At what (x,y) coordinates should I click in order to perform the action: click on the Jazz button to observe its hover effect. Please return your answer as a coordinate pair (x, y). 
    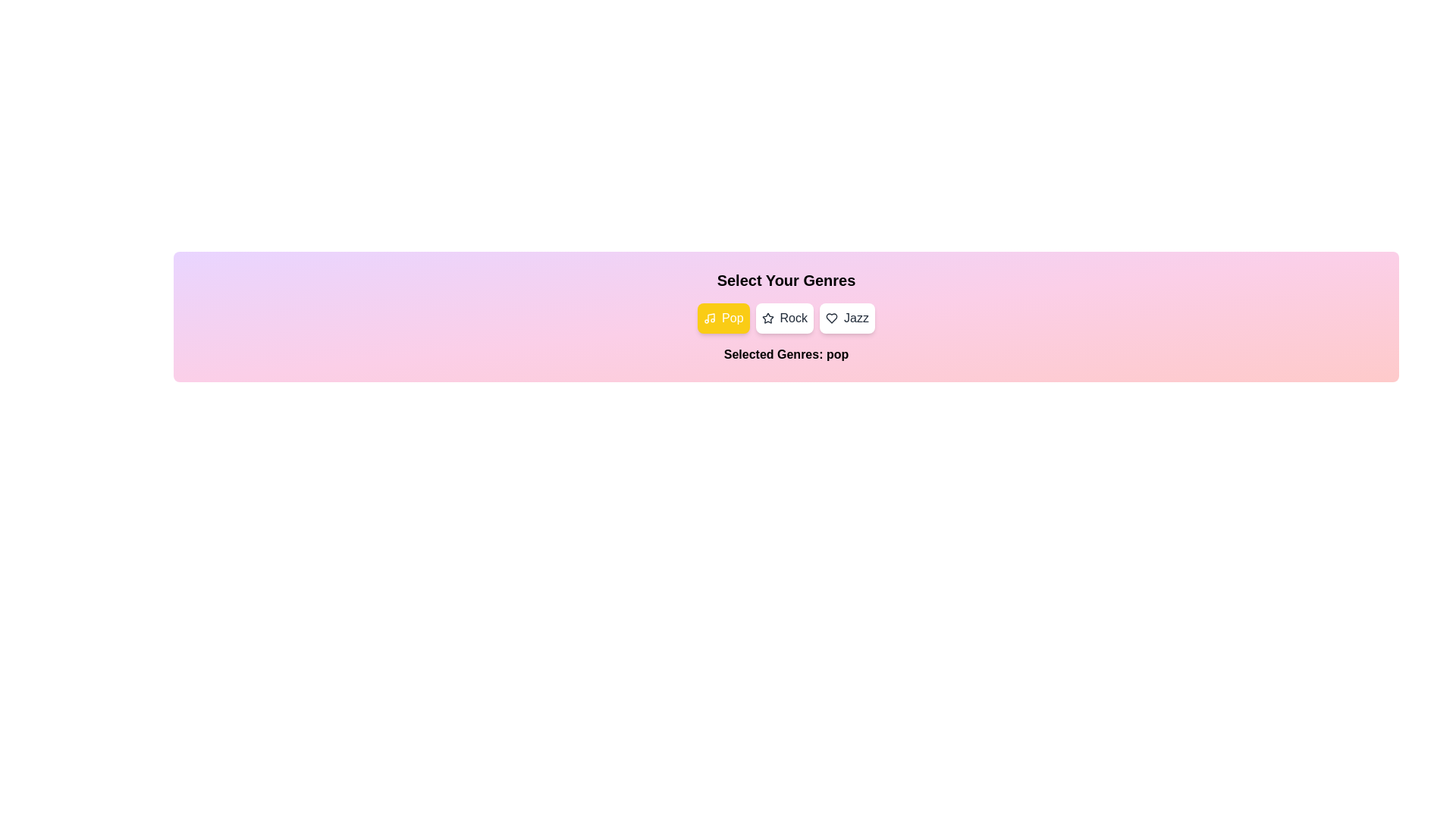
    Looking at the image, I should click on (846, 318).